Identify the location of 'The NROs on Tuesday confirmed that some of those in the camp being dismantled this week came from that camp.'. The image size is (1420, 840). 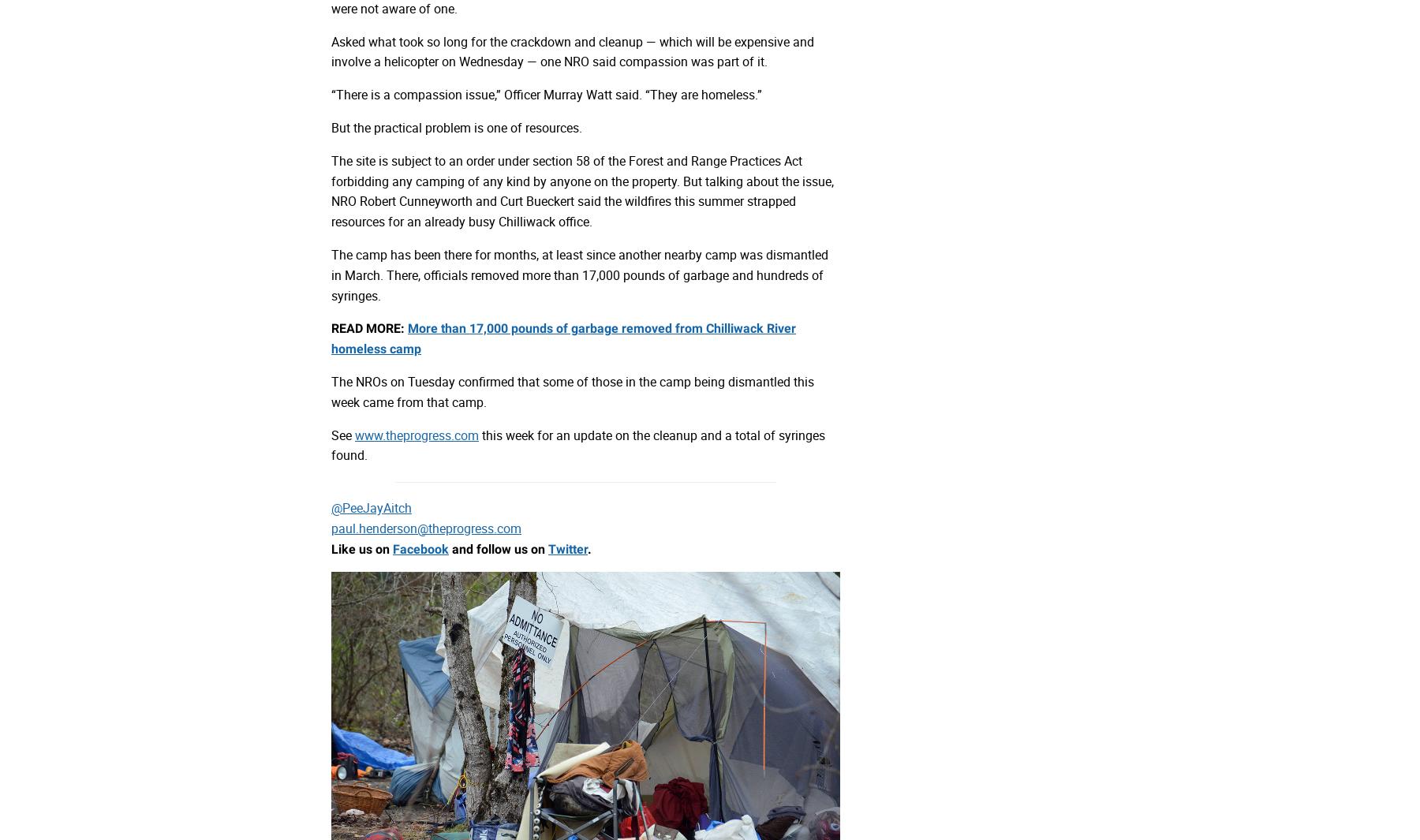
(331, 390).